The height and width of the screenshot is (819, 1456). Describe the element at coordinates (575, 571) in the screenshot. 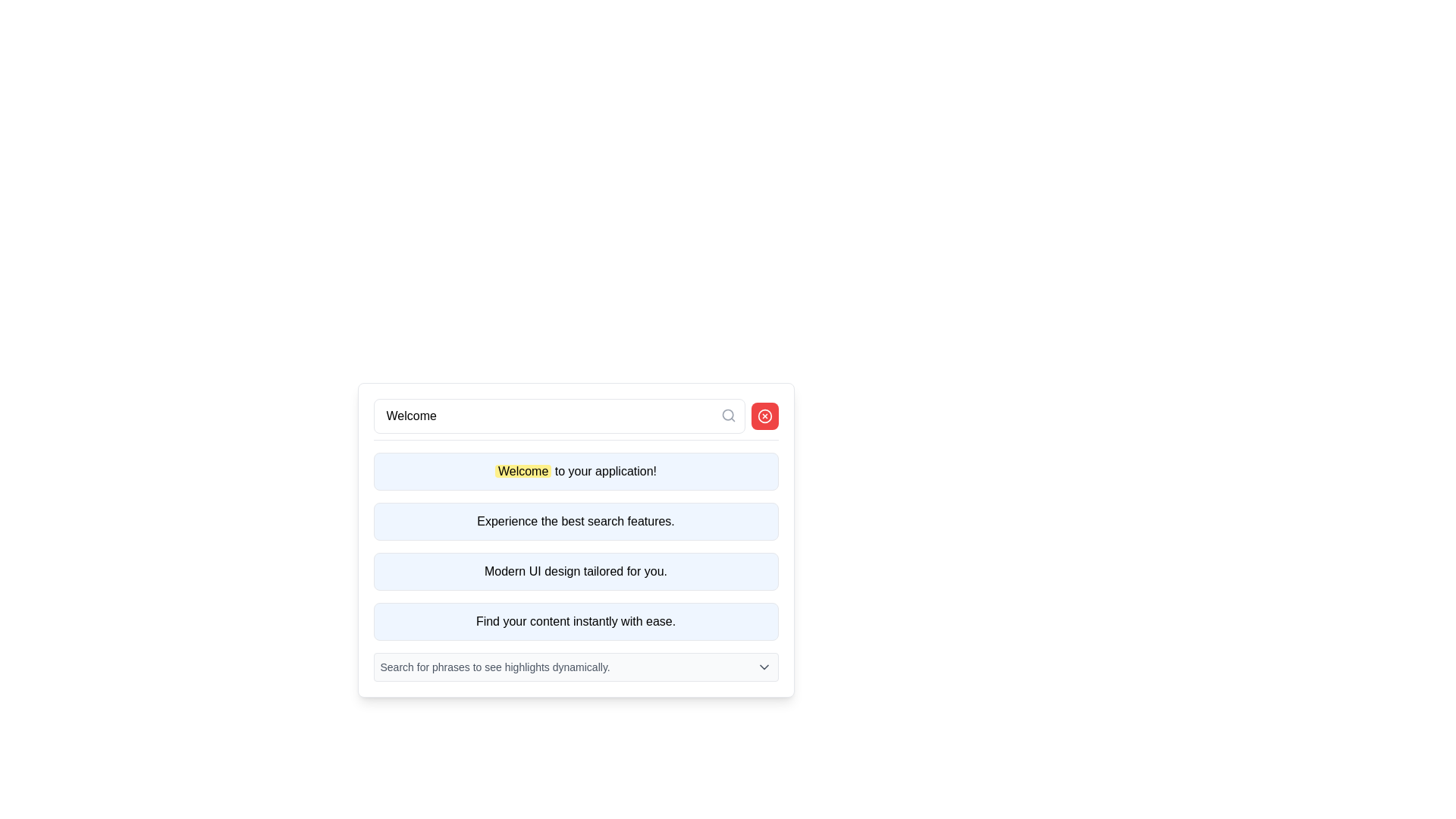

I see `text block that says 'Modern UI design tailored for you.' which is the third item in the list of elements` at that location.